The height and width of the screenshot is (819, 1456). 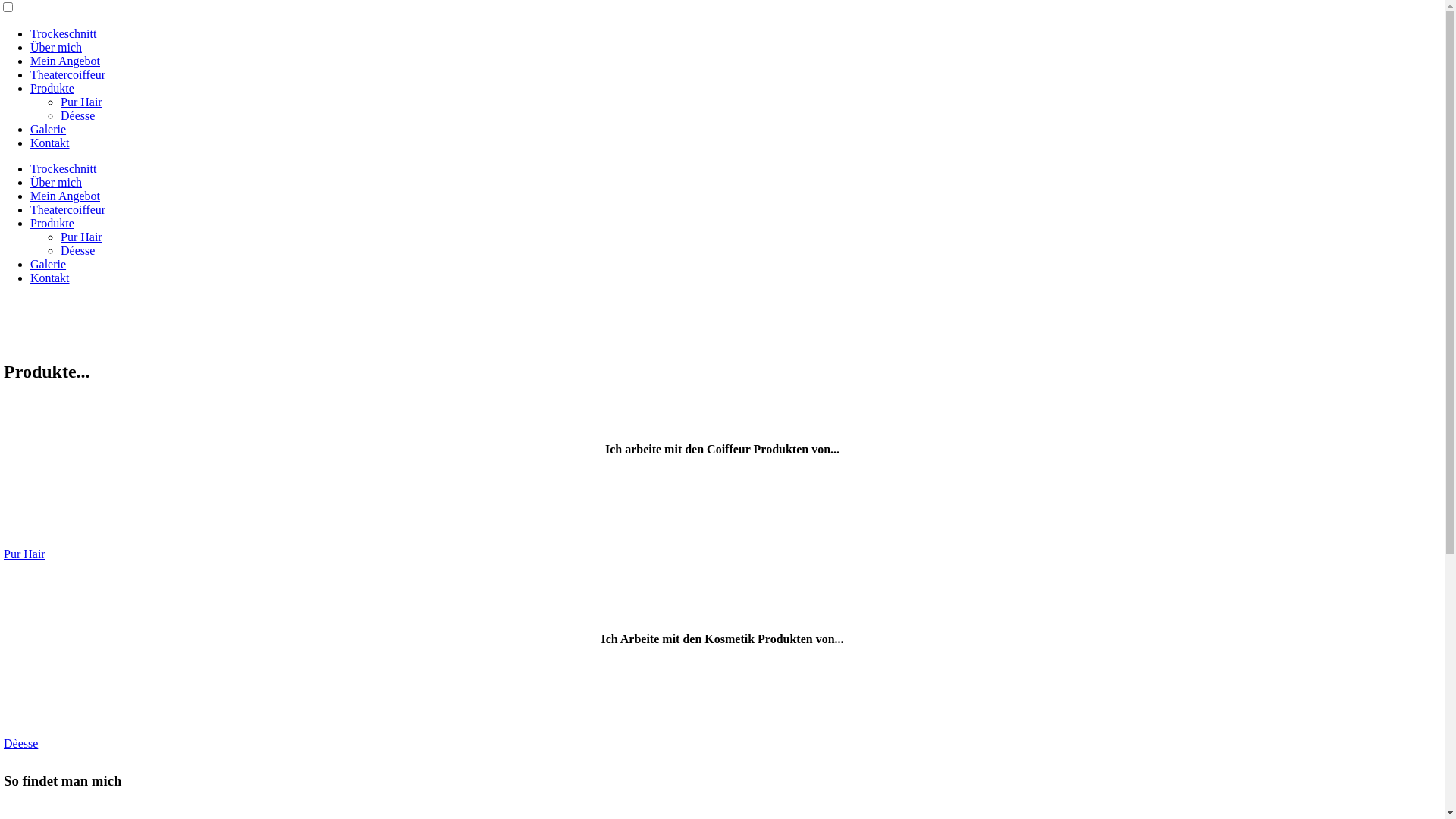 What do you see at coordinates (62, 168) in the screenshot?
I see `'Trockeschnitt'` at bounding box center [62, 168].